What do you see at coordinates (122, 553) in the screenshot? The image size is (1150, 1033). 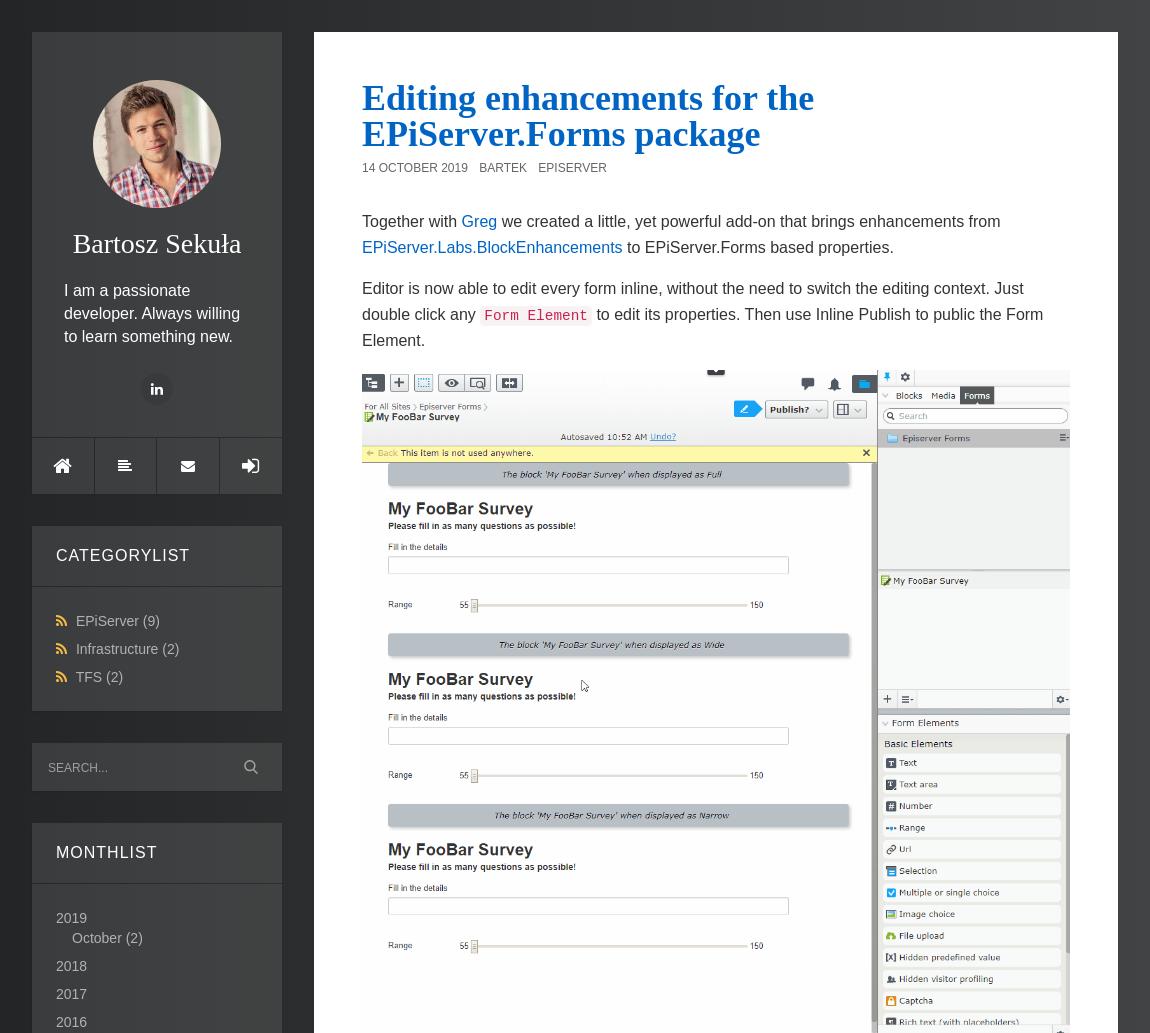 I see `'CategoryList'` at bounding box center [122, 553].